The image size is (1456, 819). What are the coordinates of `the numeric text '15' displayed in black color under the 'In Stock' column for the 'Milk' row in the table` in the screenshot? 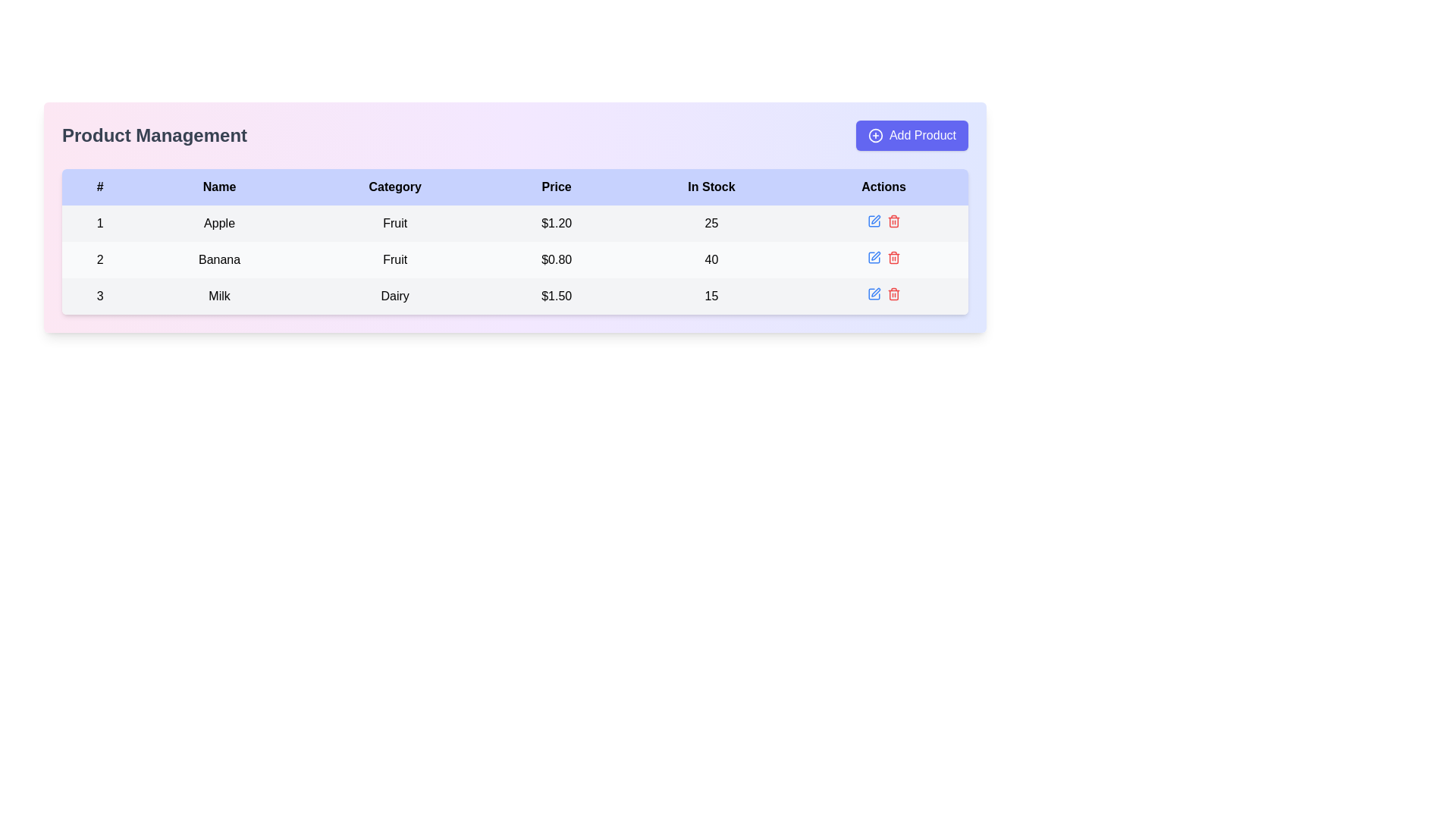 It's located at (711, 296).